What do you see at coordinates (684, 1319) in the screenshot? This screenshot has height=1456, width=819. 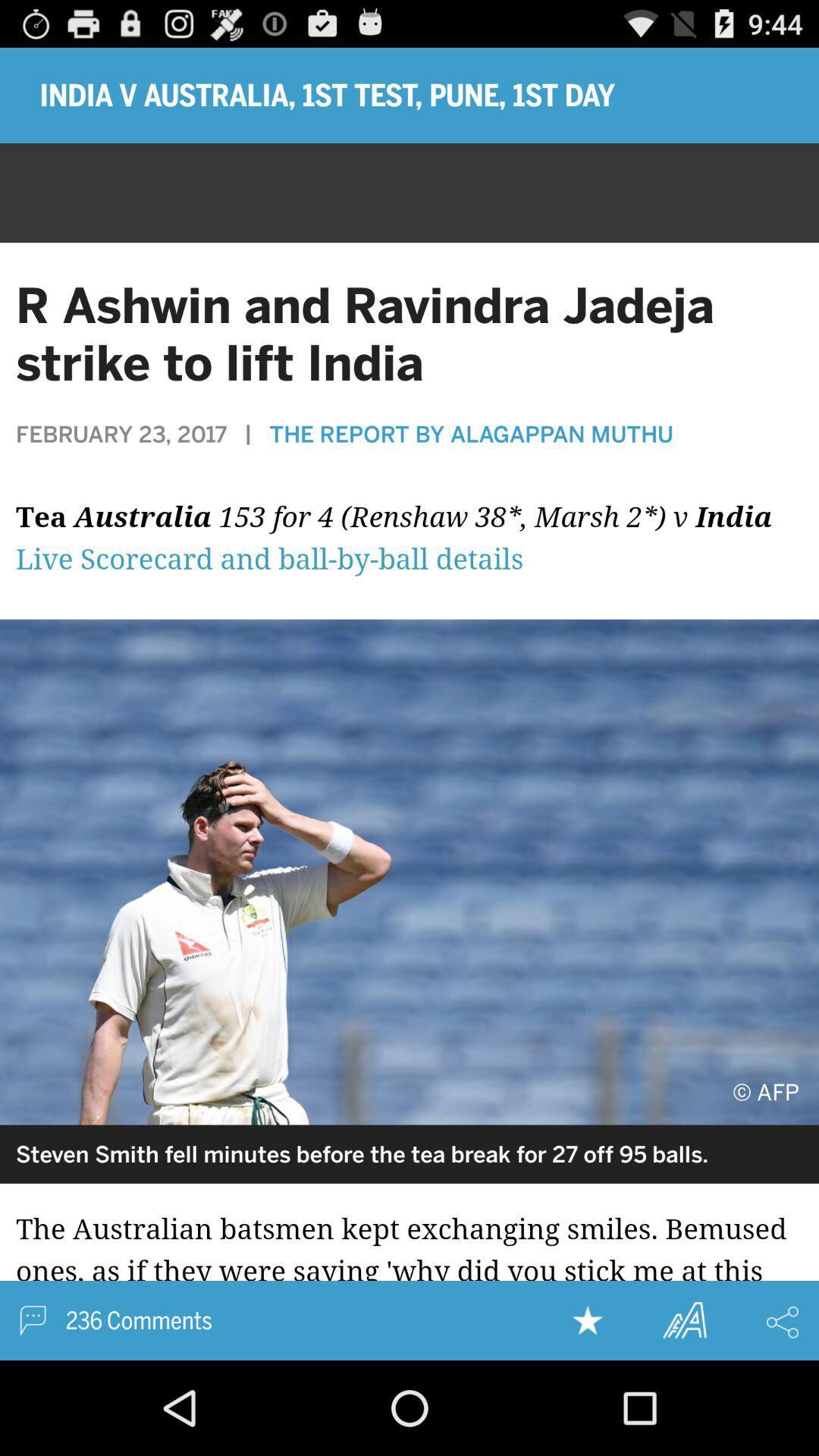 I see `change text size` at bounding box center [684, 1319].